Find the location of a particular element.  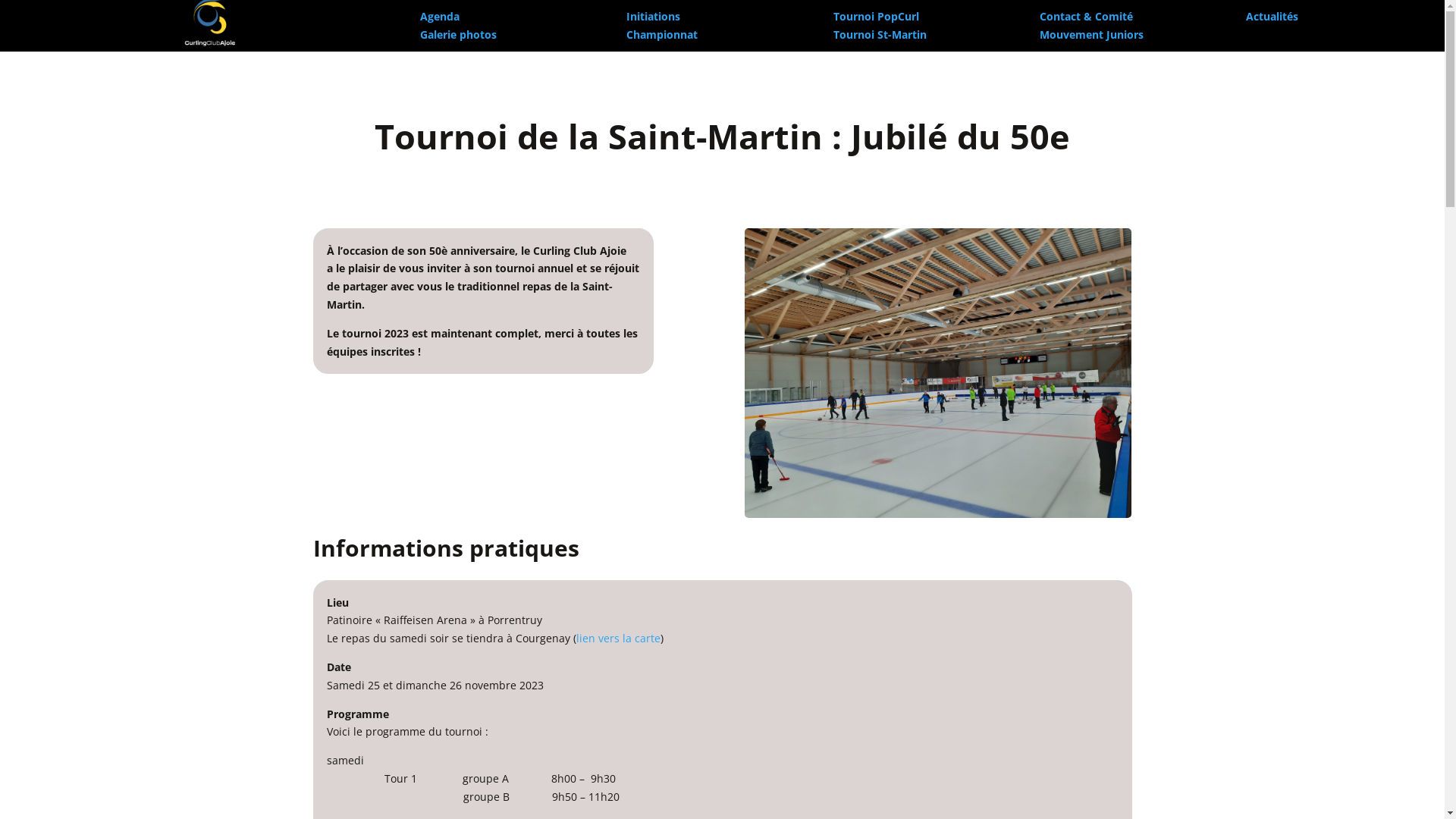

'Mouvement Juniors' is located at coordinates (1090, 34).